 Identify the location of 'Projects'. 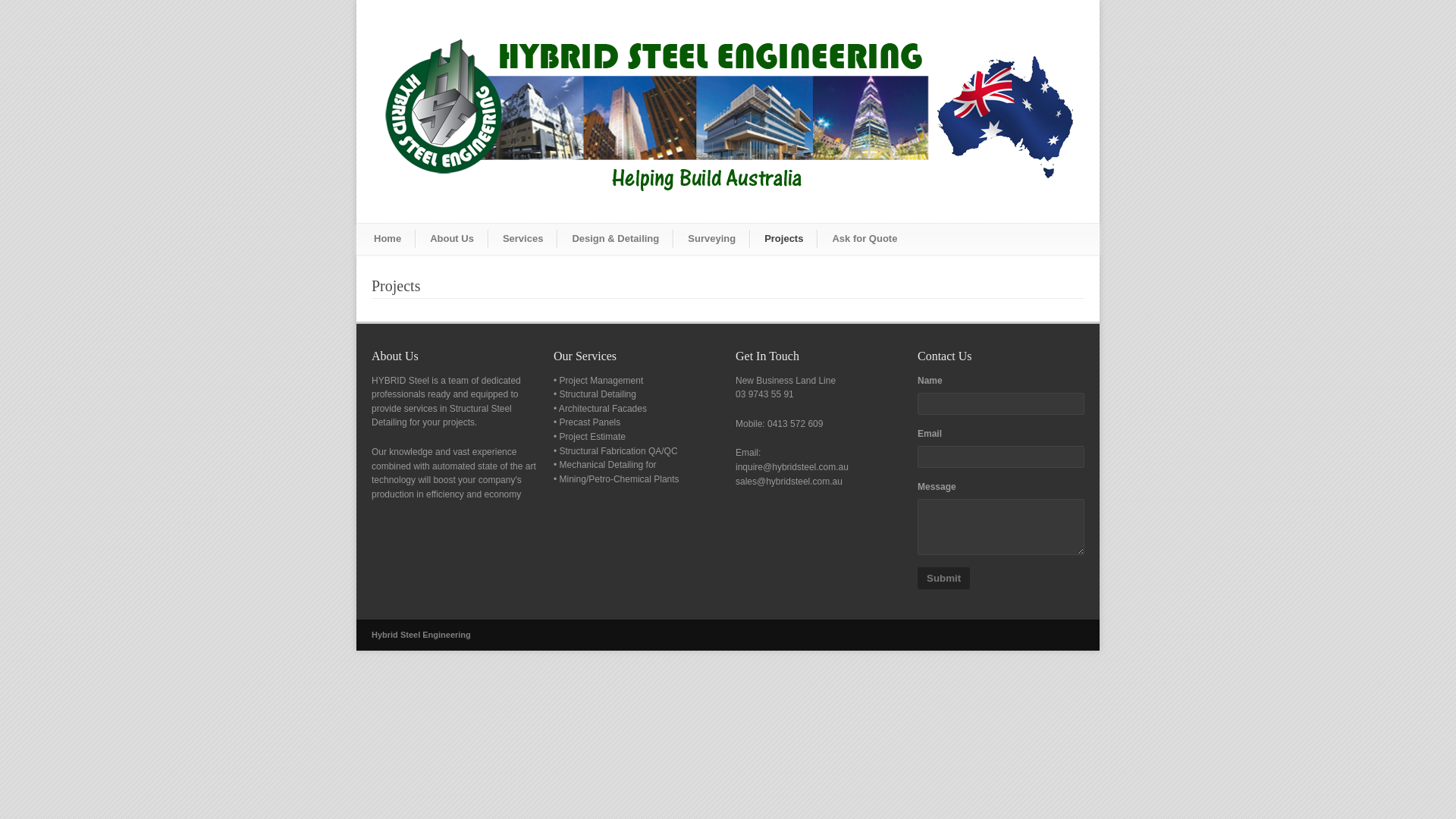
(783, 239).